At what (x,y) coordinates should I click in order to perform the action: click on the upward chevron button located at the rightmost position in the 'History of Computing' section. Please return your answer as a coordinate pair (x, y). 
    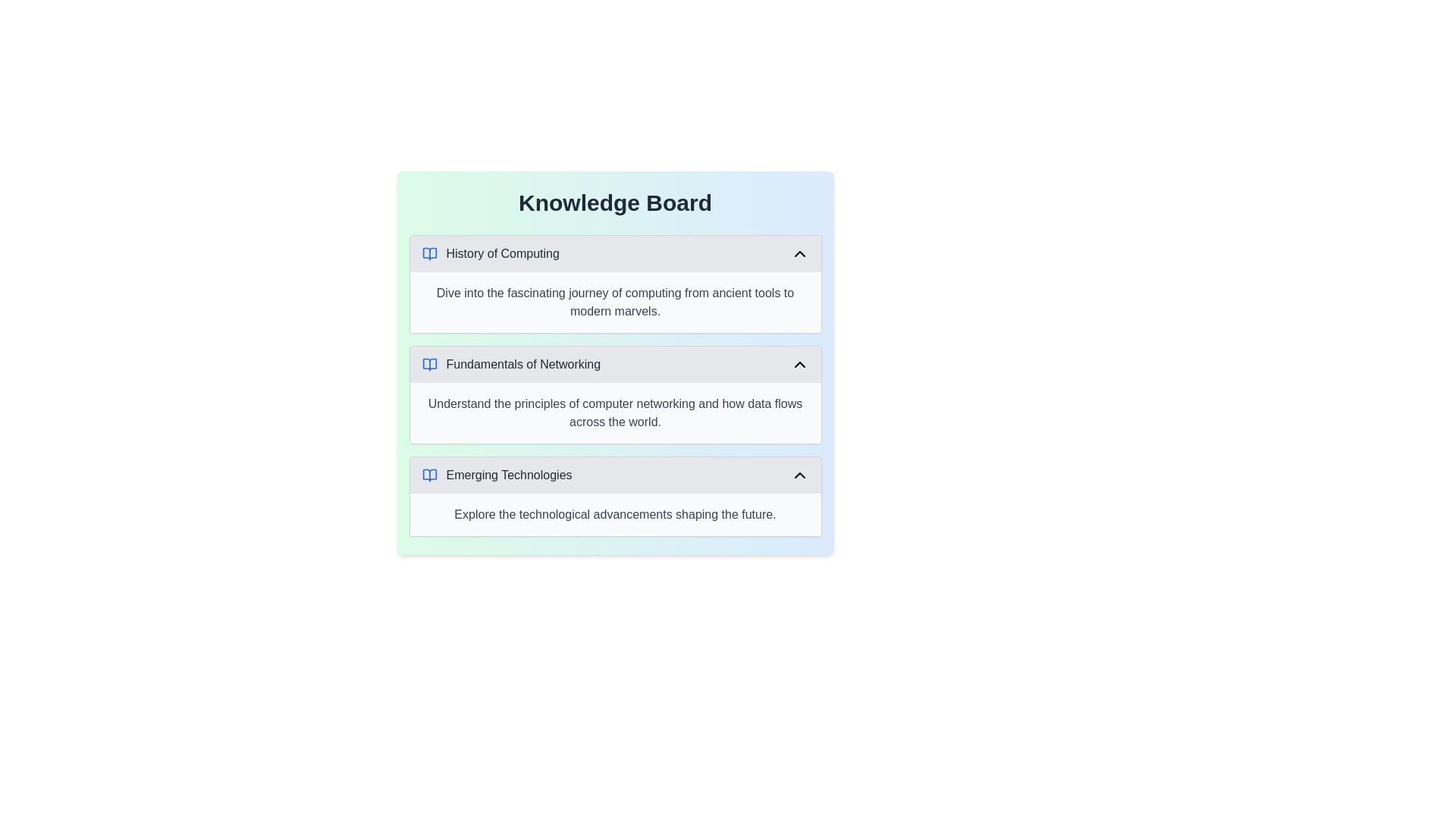
    Looking at the image, I should click on (799, 253).